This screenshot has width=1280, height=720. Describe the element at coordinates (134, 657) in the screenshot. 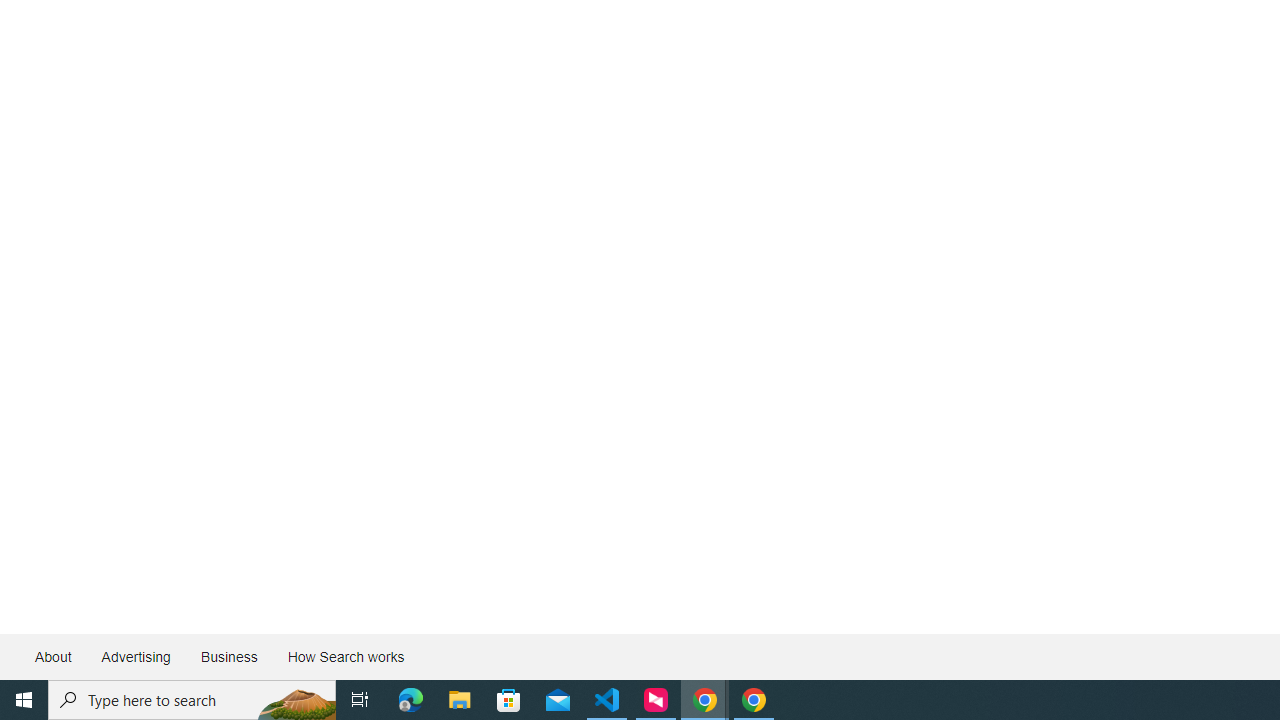

I see `'Advertising'` at that location.